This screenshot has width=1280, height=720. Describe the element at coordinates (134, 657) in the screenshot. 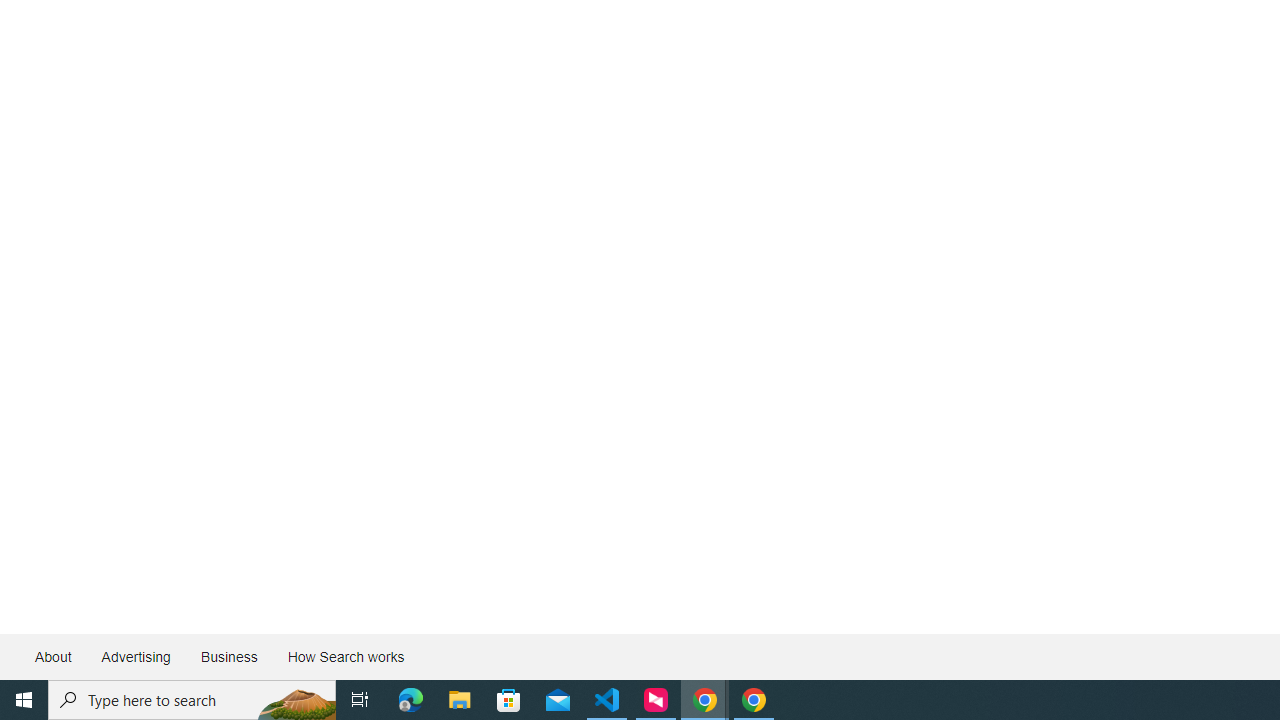

I see `'Advertising'` at that location.